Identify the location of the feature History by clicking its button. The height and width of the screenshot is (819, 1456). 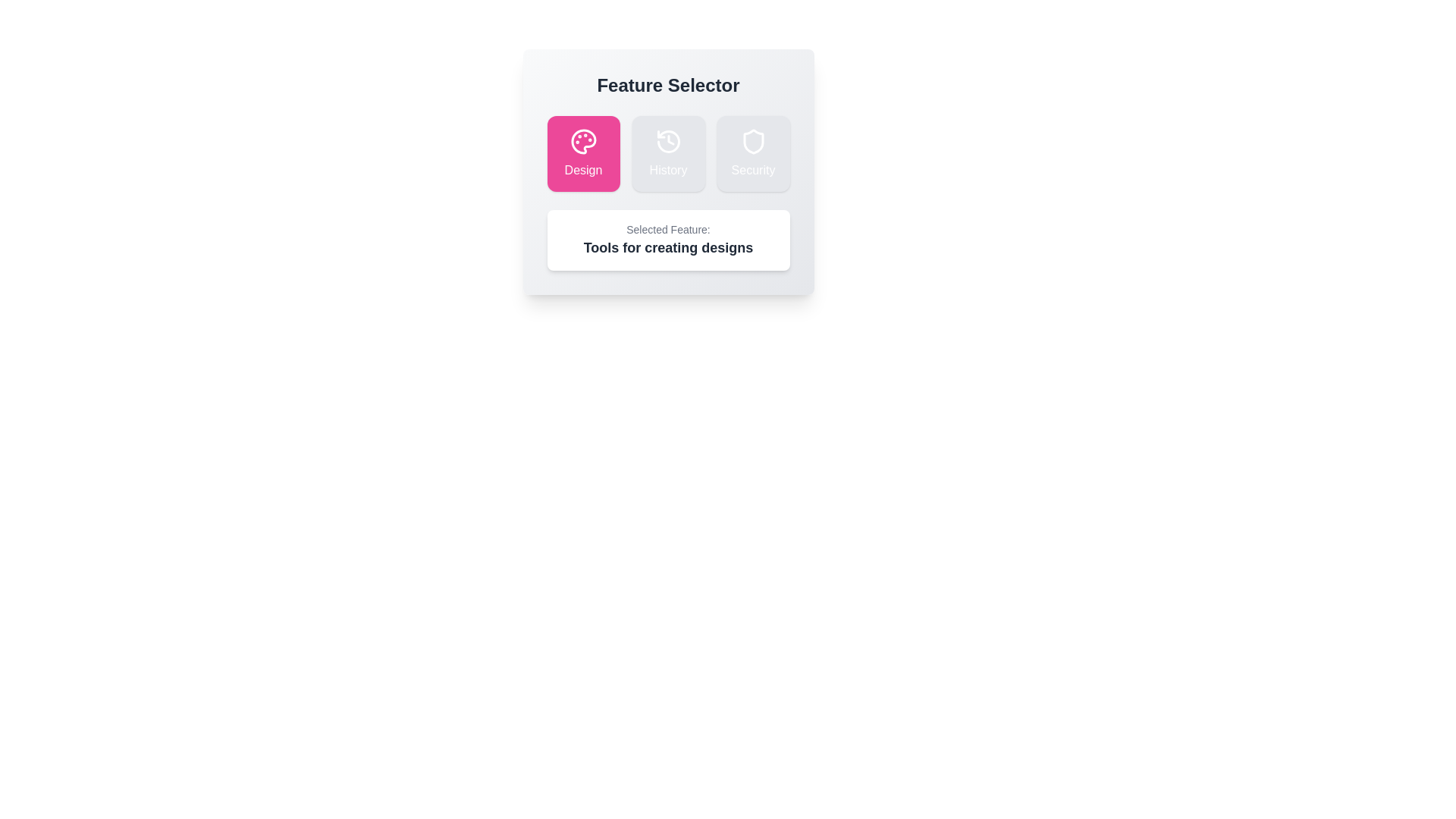
(667, 154).